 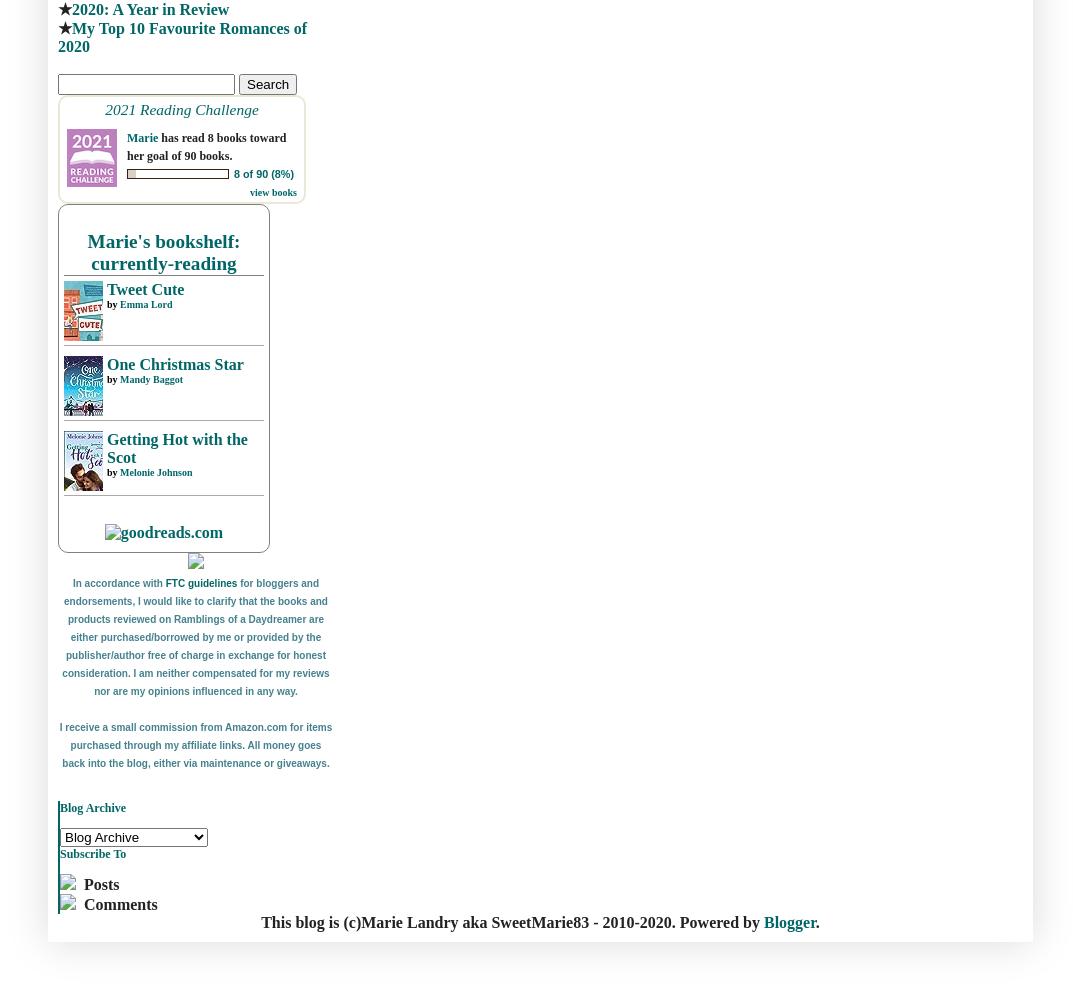 I want to click on 'My Top 10 Favourite Romances of 2020', so click(x=182, y=36).